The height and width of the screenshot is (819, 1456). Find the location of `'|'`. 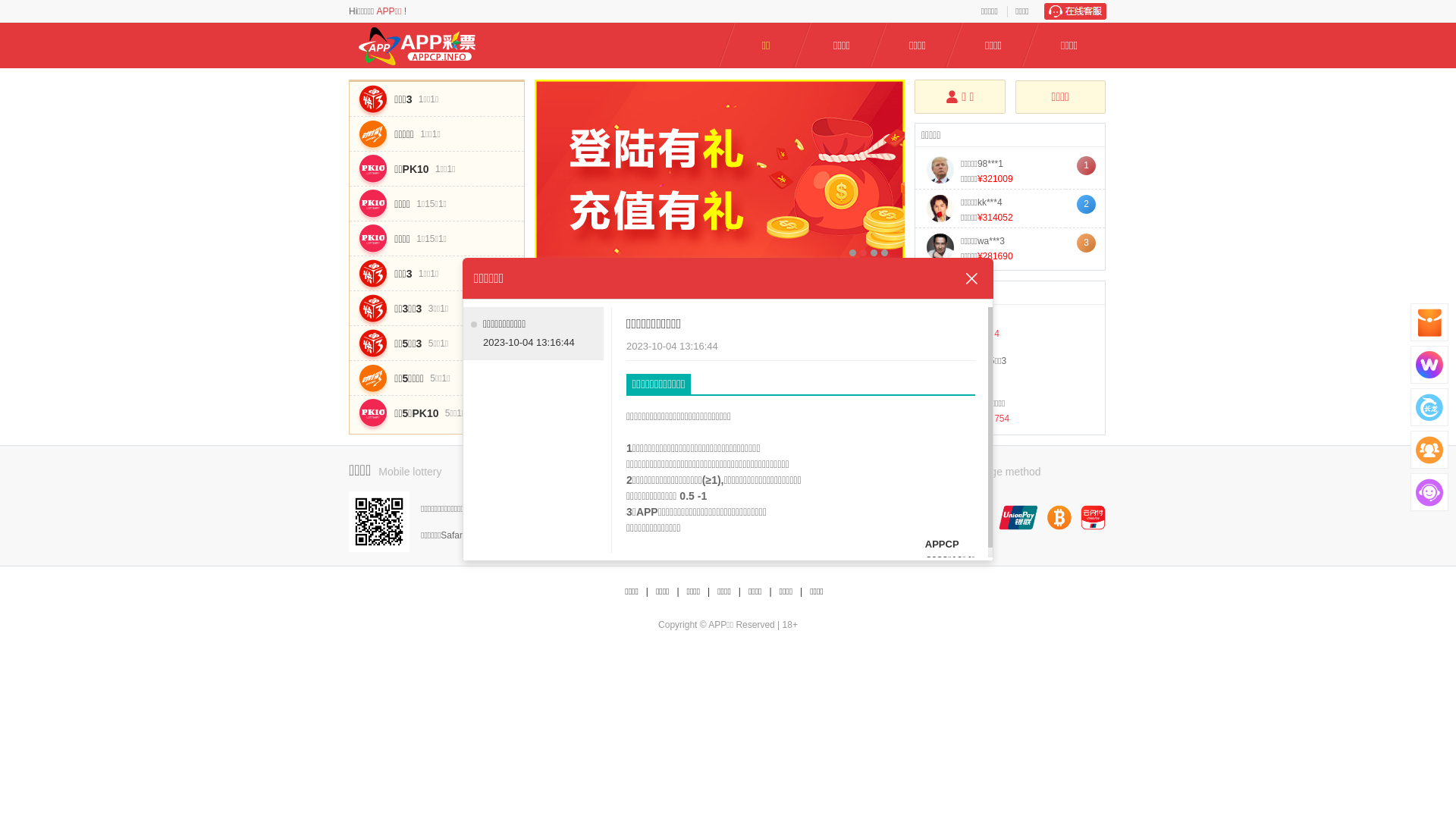

'|' is located at coordinates (739, 591).